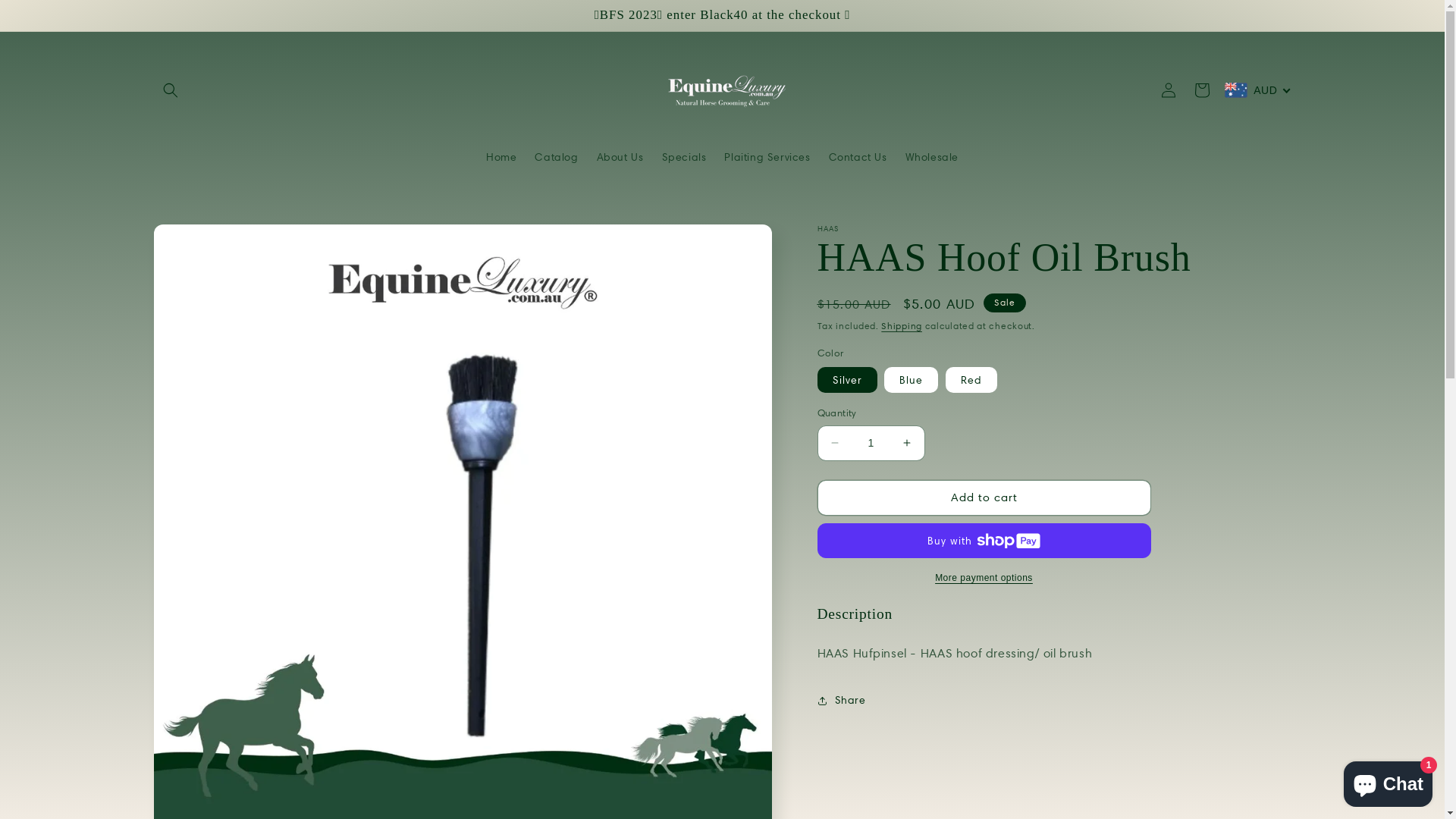 The image size is (1456, 819). I want to click on 'More payment options', so click(984, 578).